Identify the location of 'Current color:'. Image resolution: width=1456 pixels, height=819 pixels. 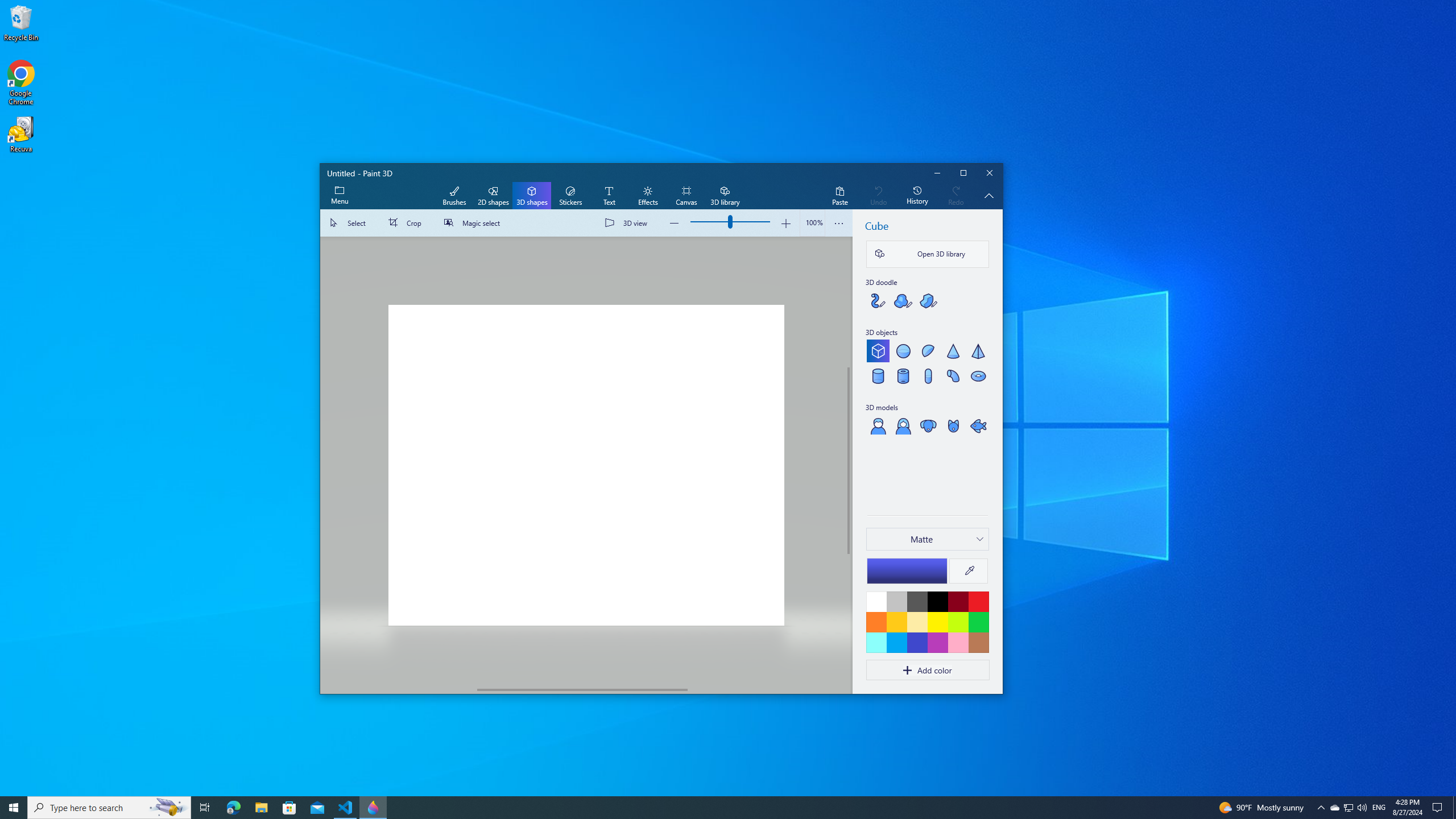
(906, 570).